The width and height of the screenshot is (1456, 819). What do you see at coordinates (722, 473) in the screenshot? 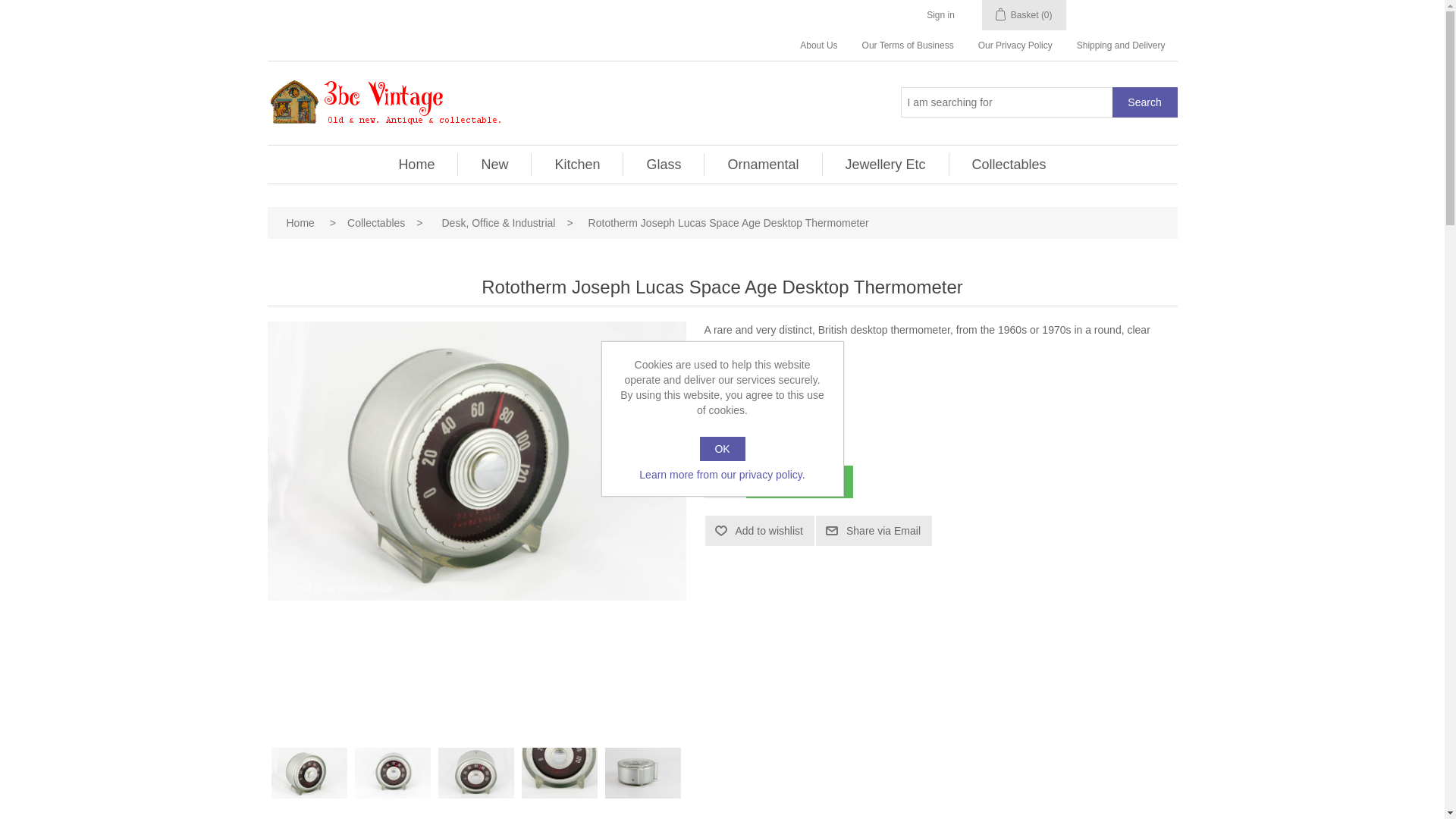
I see `'Learn more from our privacy policy.'` at bounding box center [722, 473].